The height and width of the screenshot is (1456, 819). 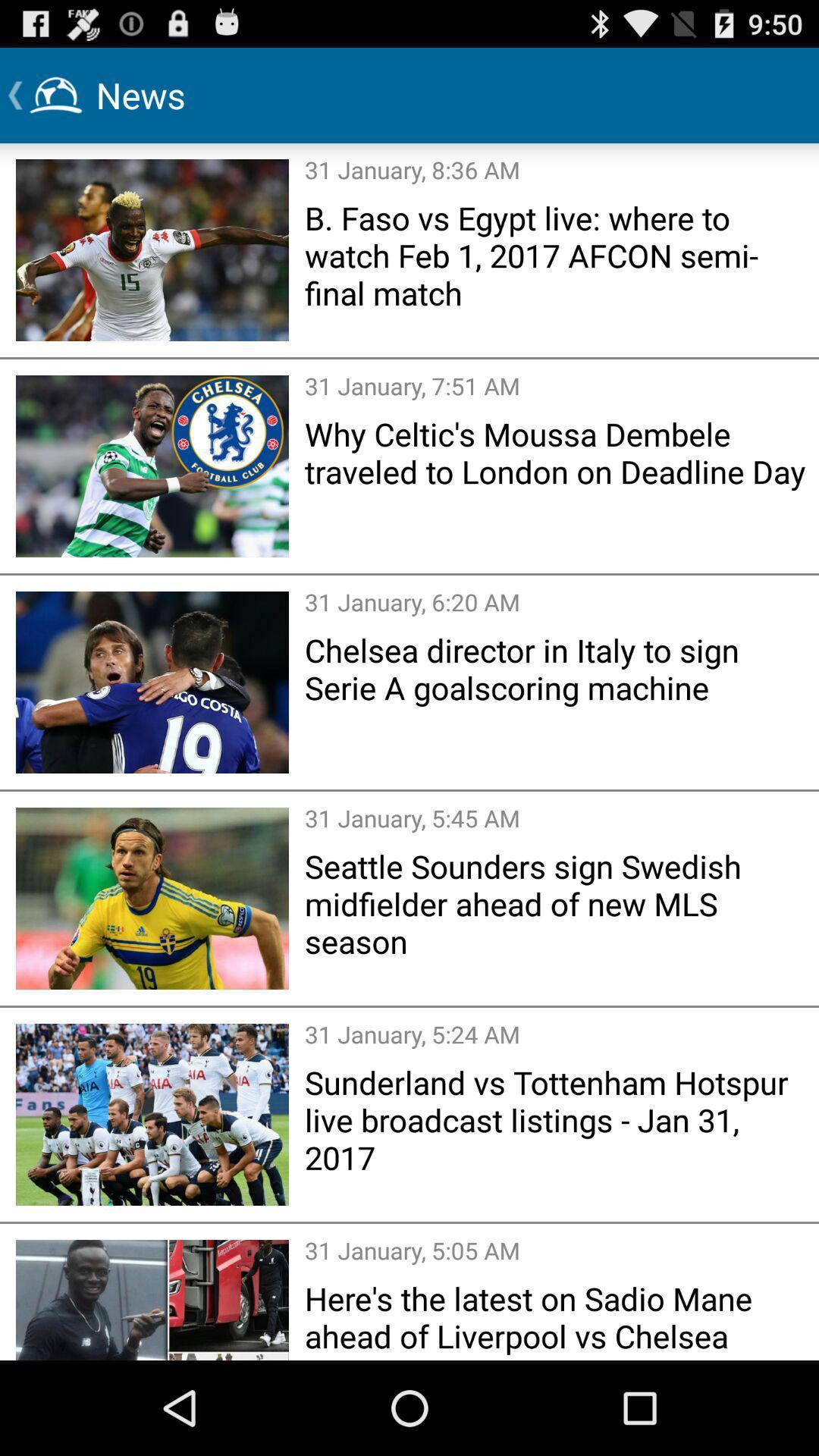 I want to click on the b faso vs icon, so click(x=557, y=255).